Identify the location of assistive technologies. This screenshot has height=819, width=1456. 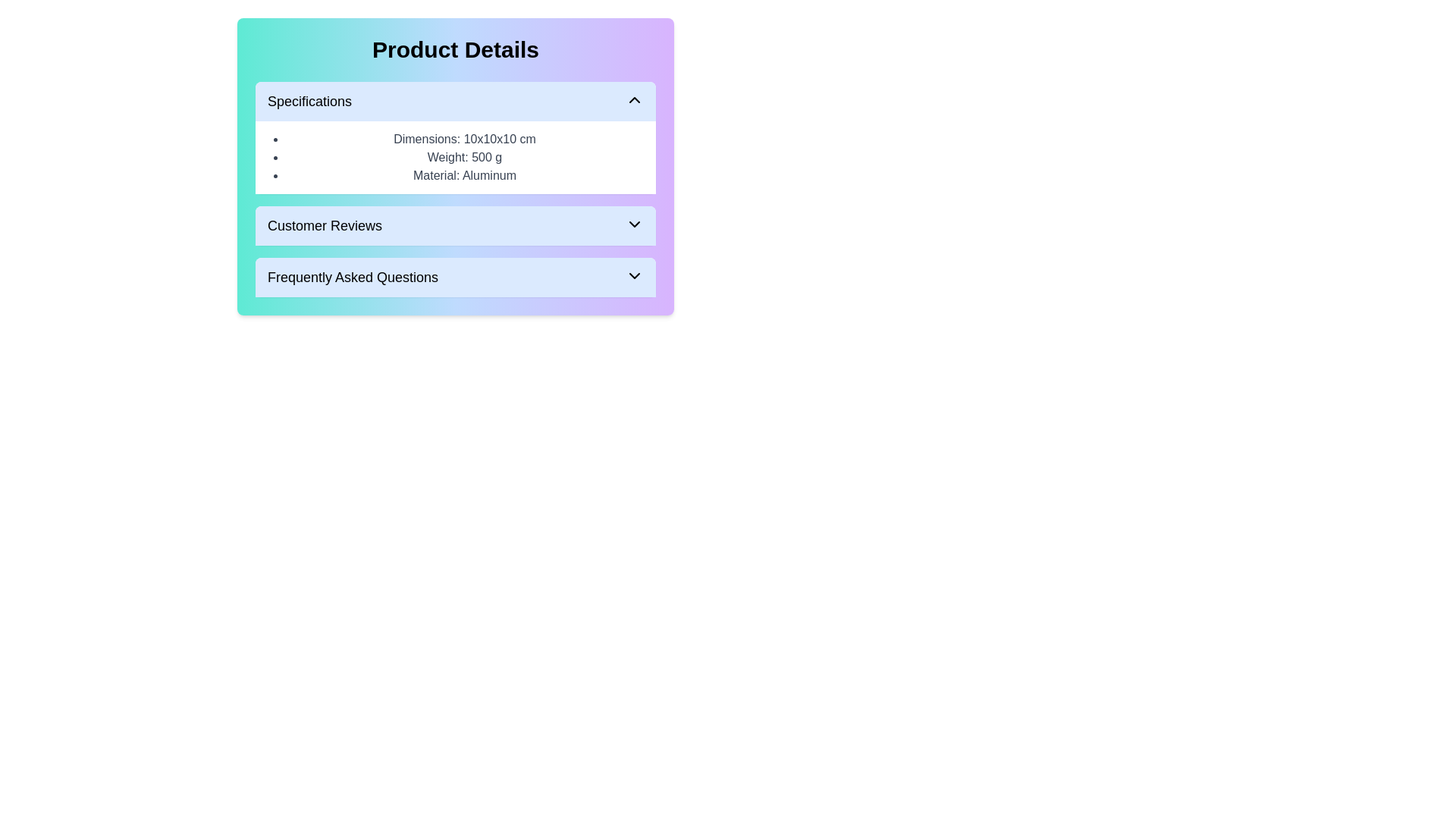
(464, 158).